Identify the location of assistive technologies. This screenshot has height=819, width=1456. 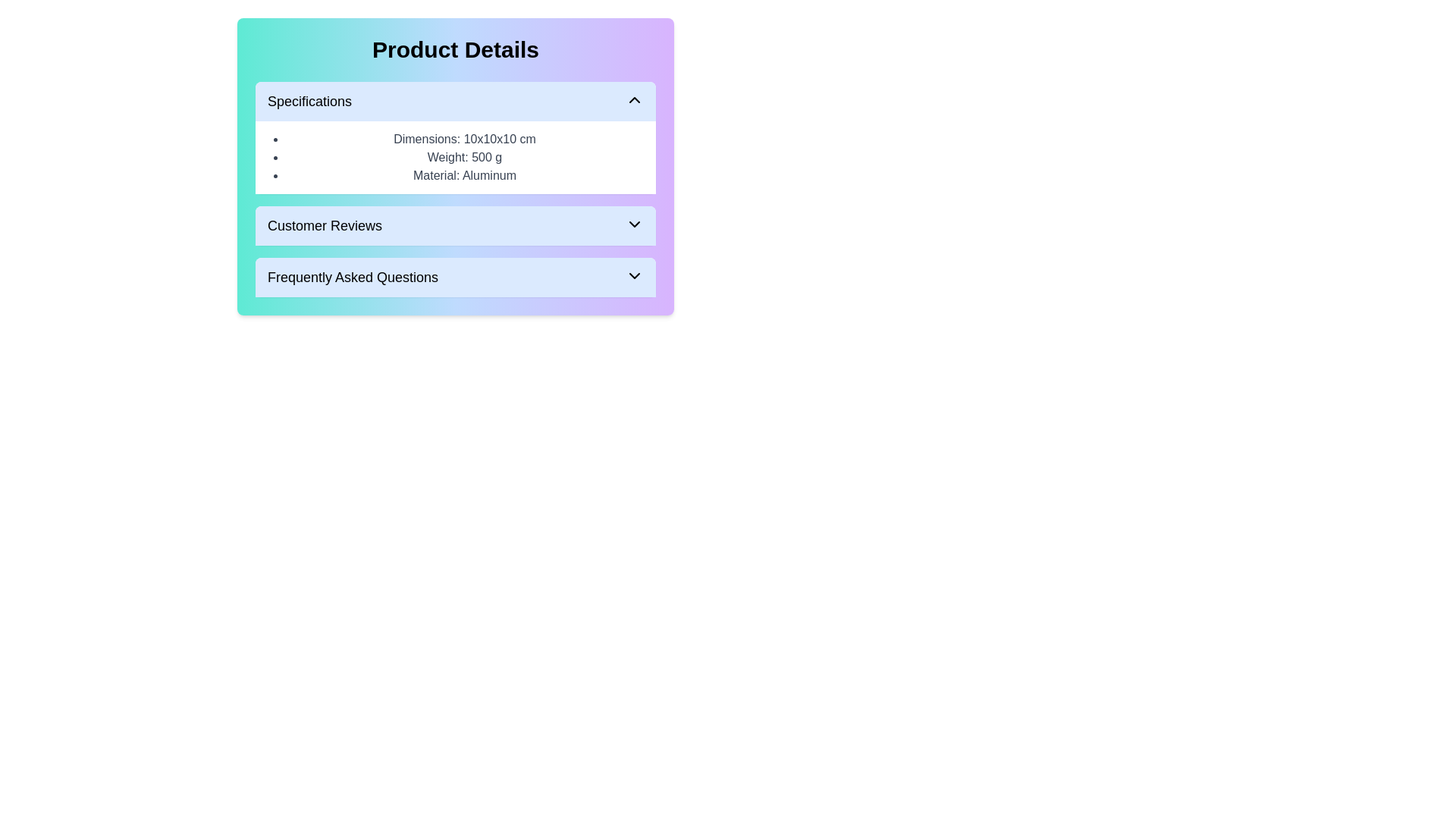
(464, 158).